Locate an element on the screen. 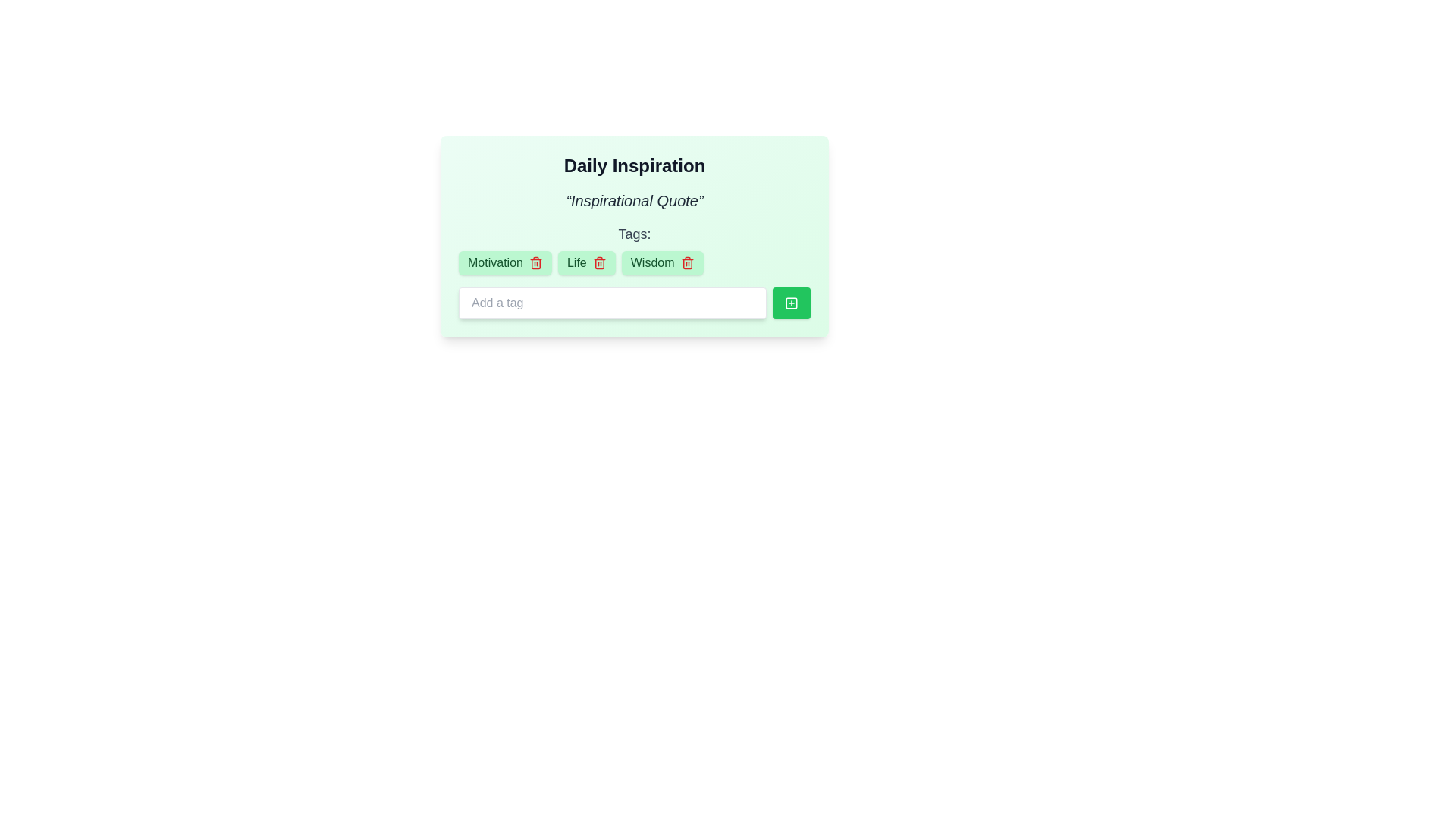  the 'Motivation' tag element, which includes an interactive delete icon, located in the 'Tags' section of the interface is located at coordinates (505, 262).